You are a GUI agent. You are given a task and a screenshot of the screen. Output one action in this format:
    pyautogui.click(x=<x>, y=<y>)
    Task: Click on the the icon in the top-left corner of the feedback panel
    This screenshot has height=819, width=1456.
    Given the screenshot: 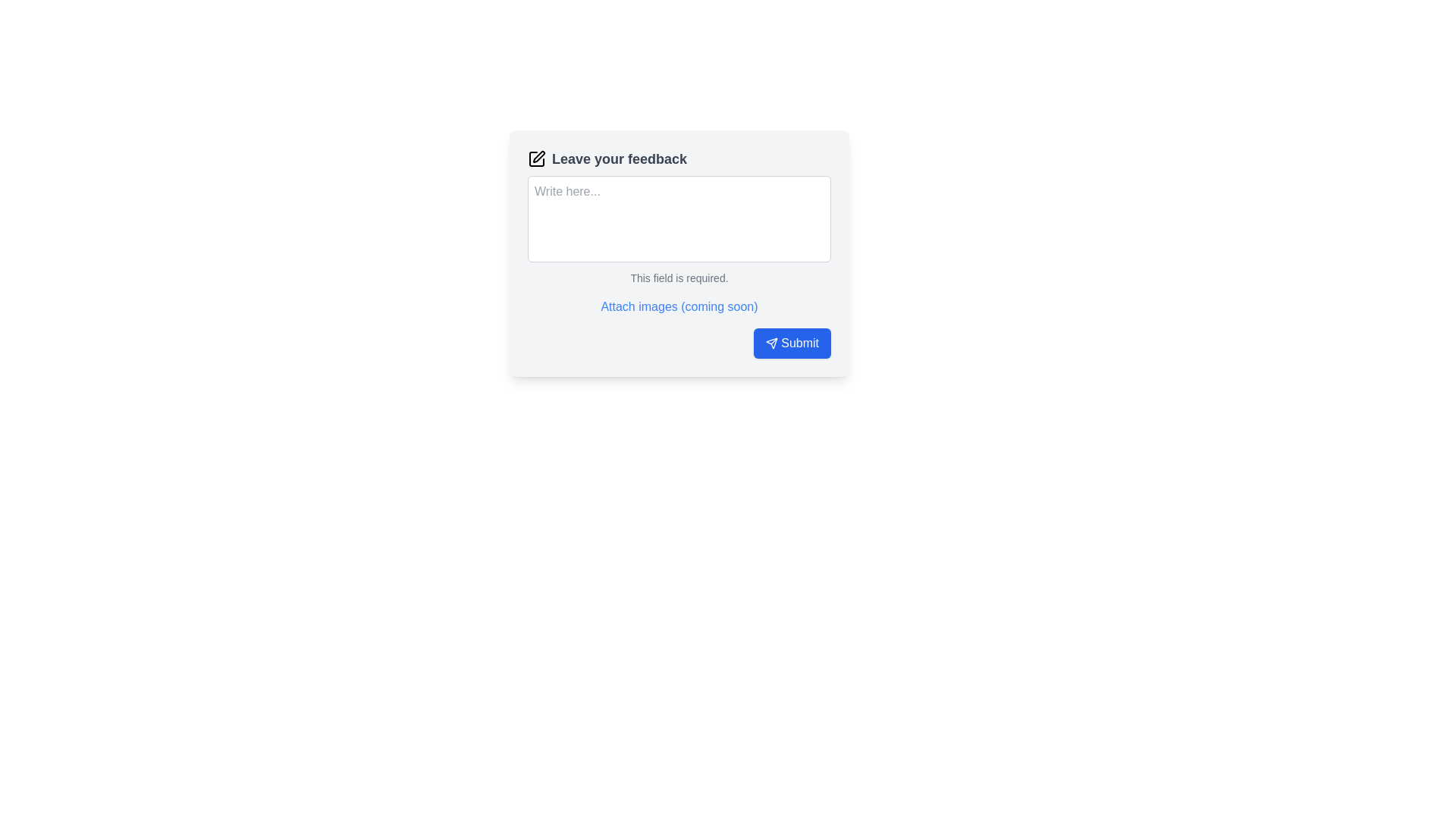 What is the action you would take?
    pyautogui.click(x=537, y=158)
    